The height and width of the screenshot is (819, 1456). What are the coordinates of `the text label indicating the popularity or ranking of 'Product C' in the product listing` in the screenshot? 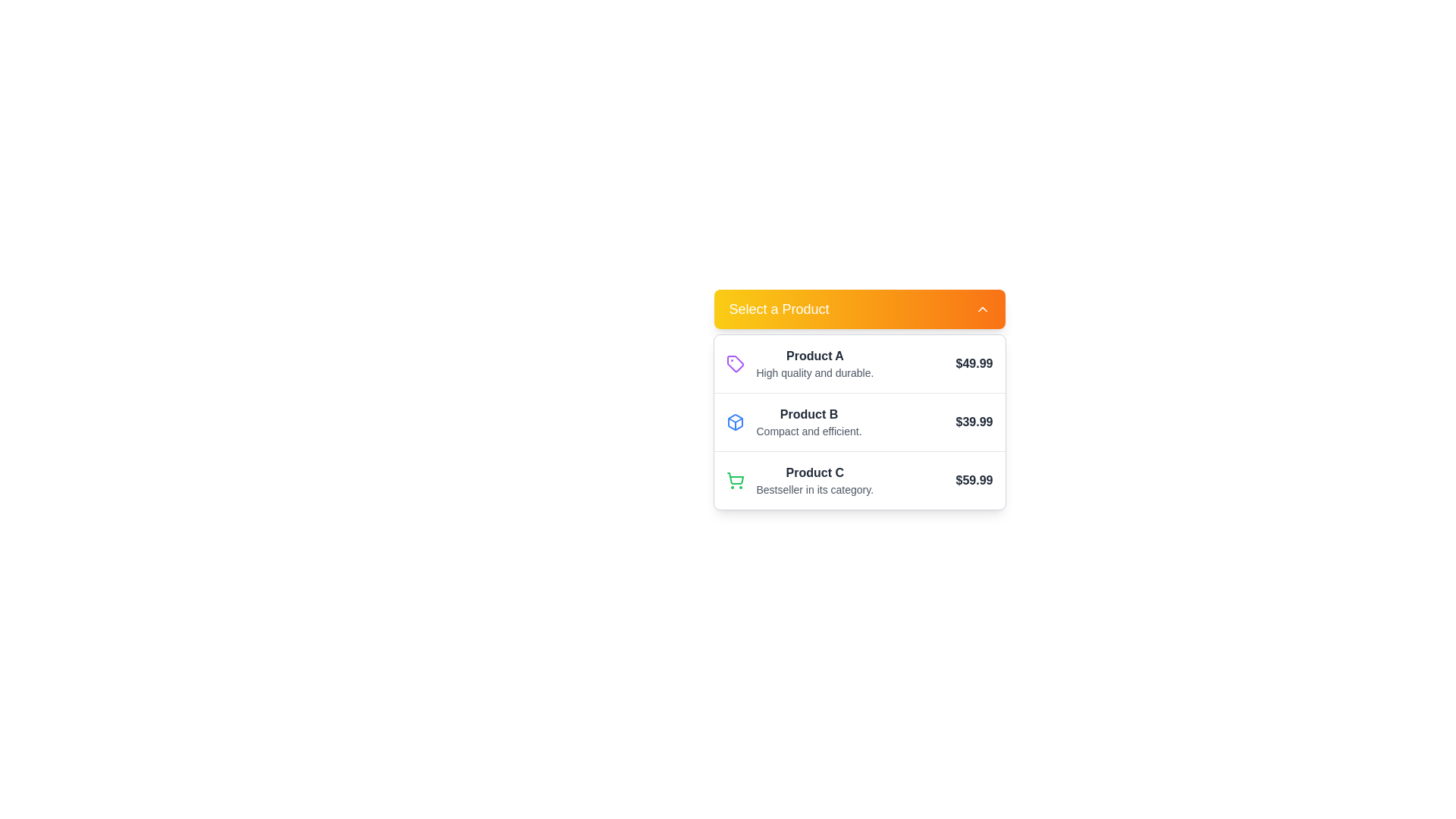 It's located at (814, 489).